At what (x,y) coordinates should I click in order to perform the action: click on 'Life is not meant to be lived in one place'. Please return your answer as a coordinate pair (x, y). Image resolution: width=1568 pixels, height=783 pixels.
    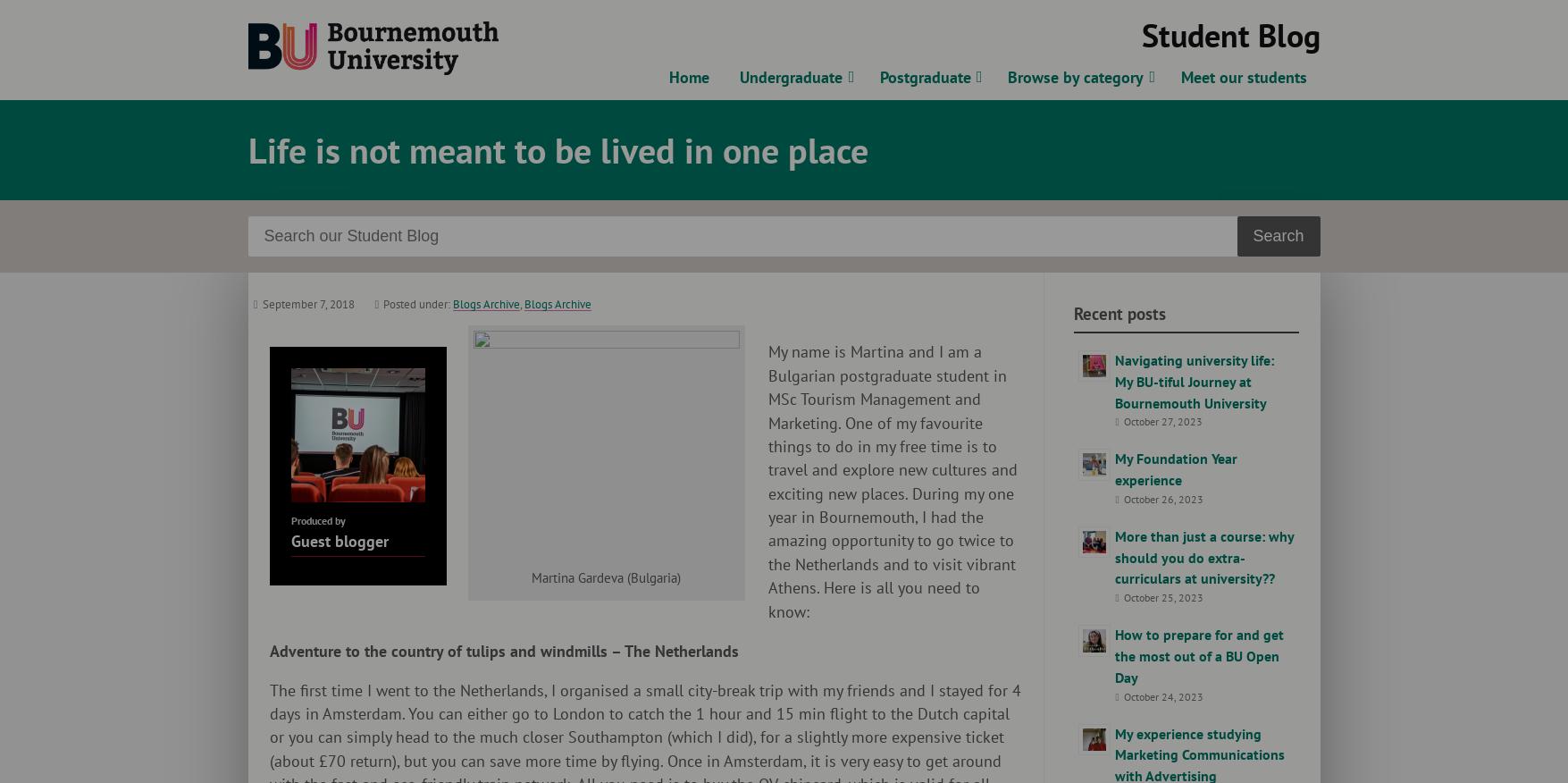
    Looking at the image, I should click on (558, 150).